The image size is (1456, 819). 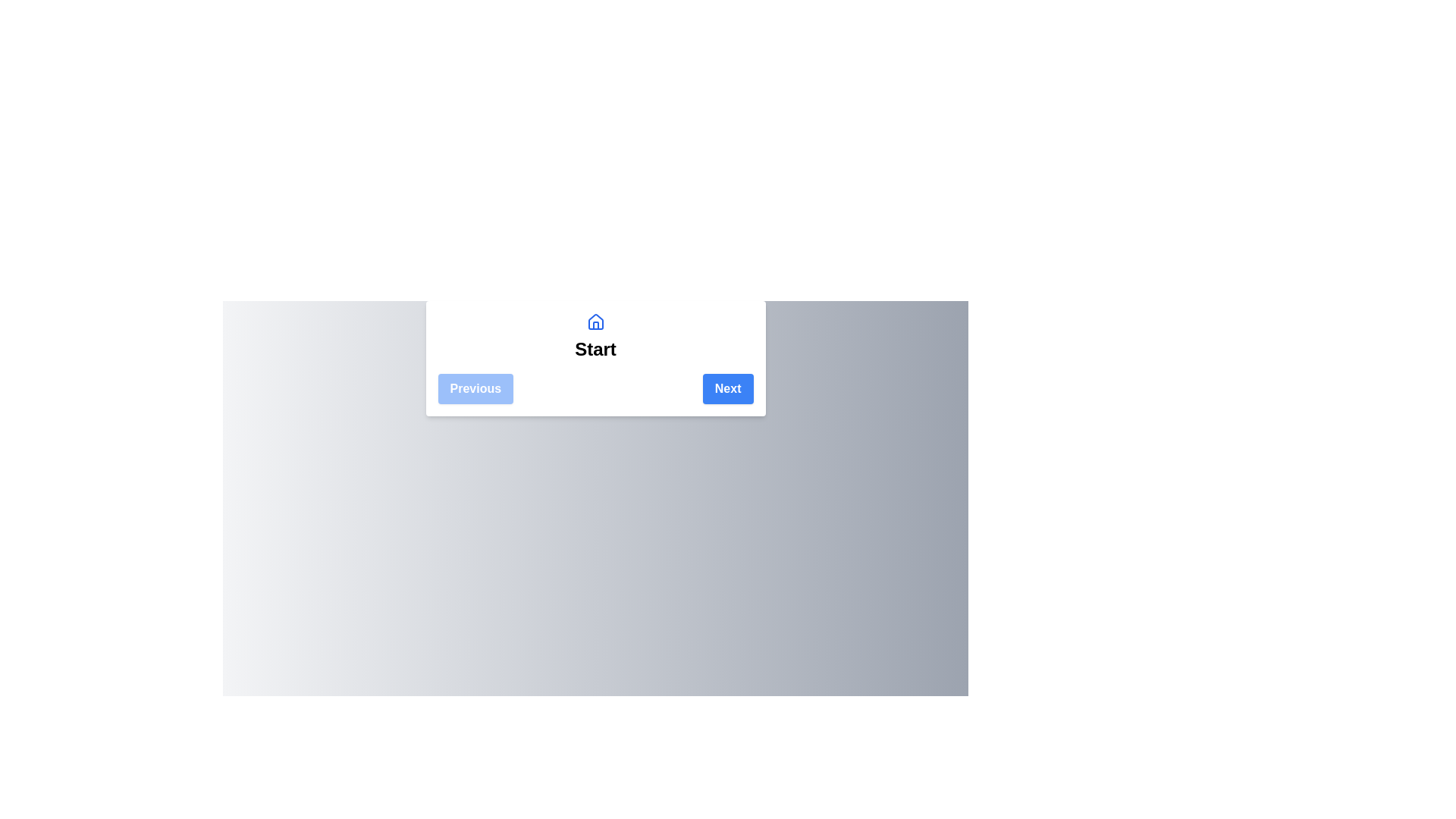 I want to click on the navigation button located on the left side of the horizontal arrangement of buttons in the footer section, which is positioned to the left of the 'Next' button, so click(x=475, y=388).